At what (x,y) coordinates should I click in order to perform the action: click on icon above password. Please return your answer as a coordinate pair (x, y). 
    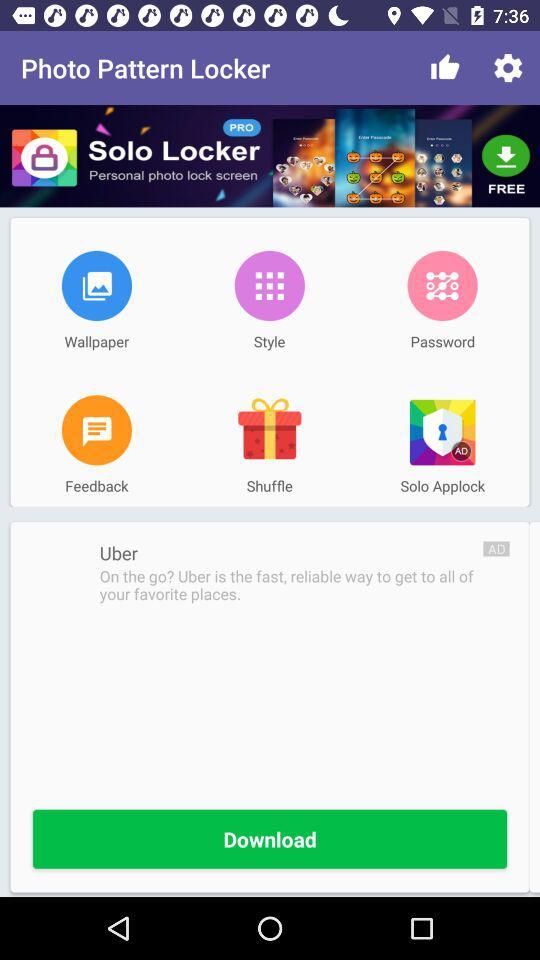
    Looking at the image, I should click on (442, 284).